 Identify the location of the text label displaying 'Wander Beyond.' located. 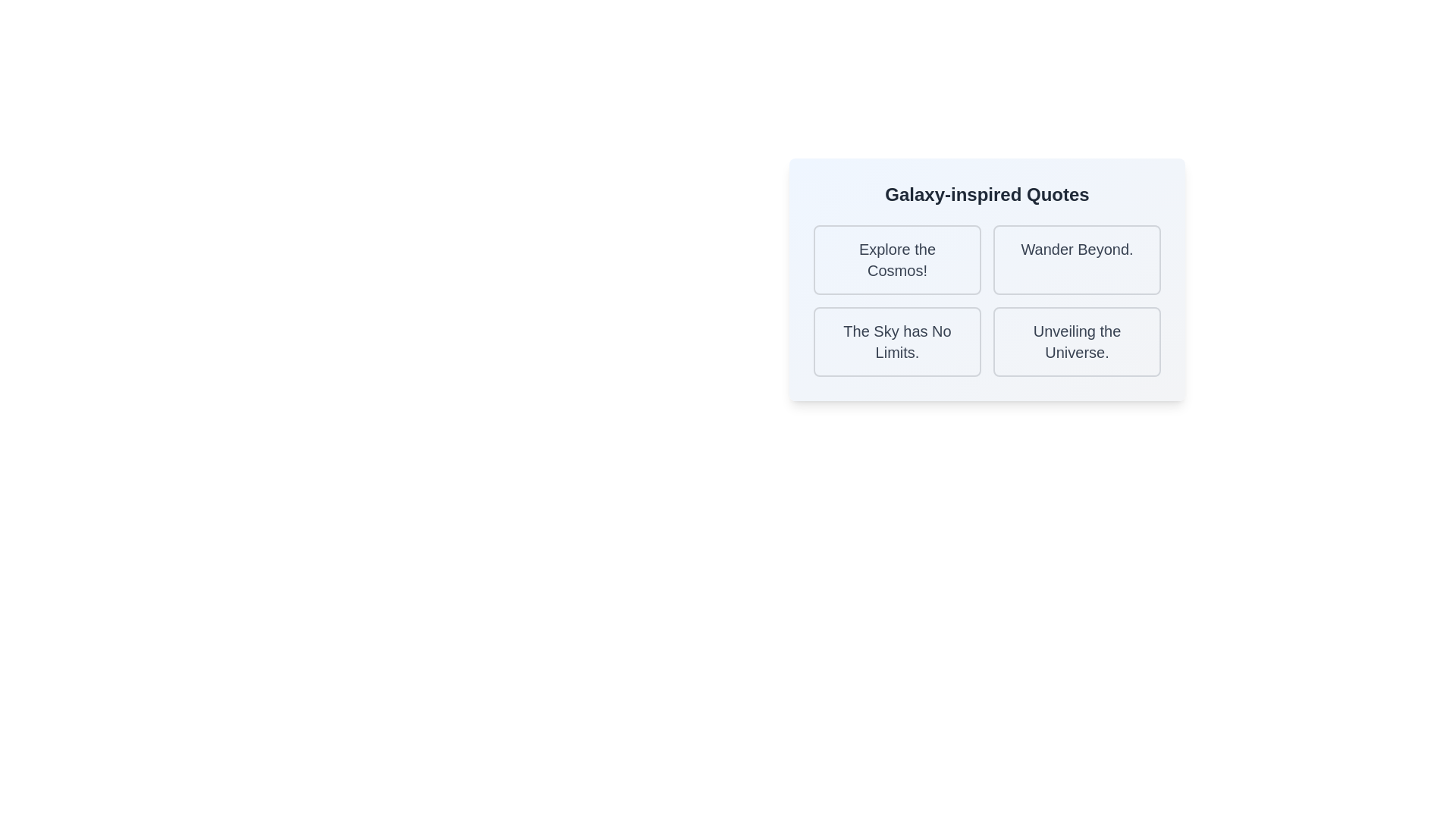
(1076, 248).